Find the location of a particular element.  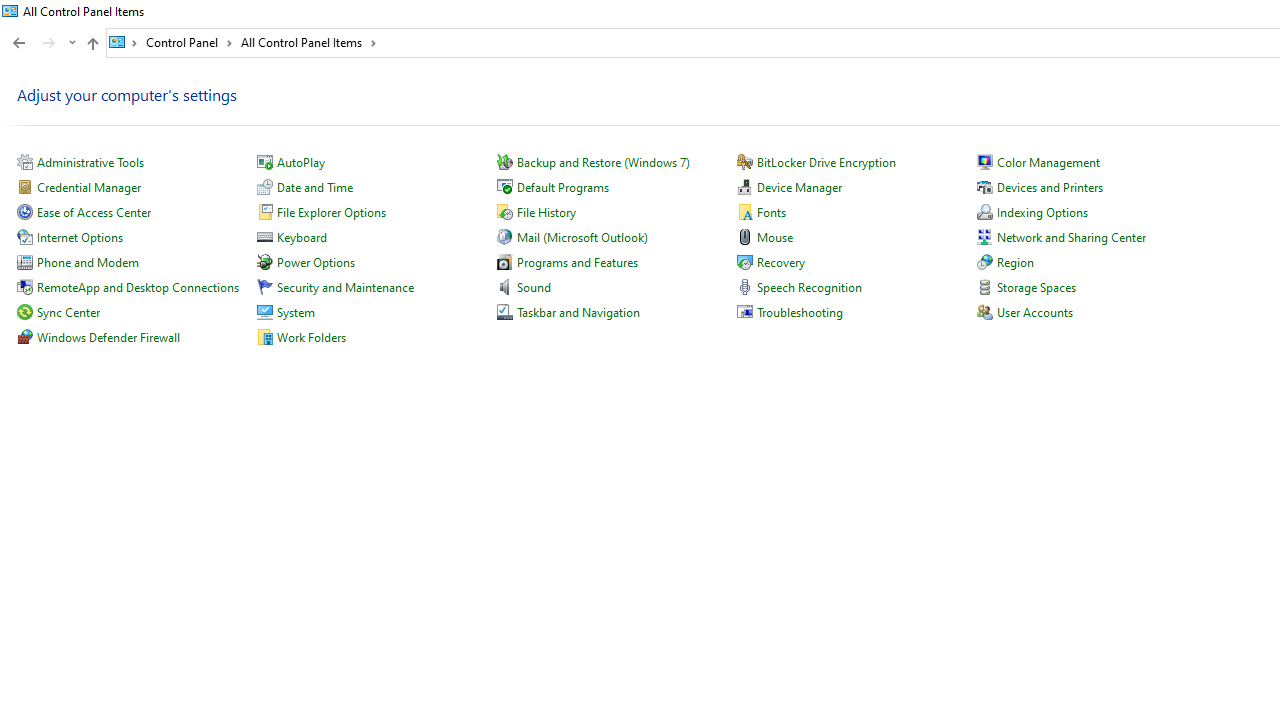

'Color Management' is located at coordinates (1047, 161).